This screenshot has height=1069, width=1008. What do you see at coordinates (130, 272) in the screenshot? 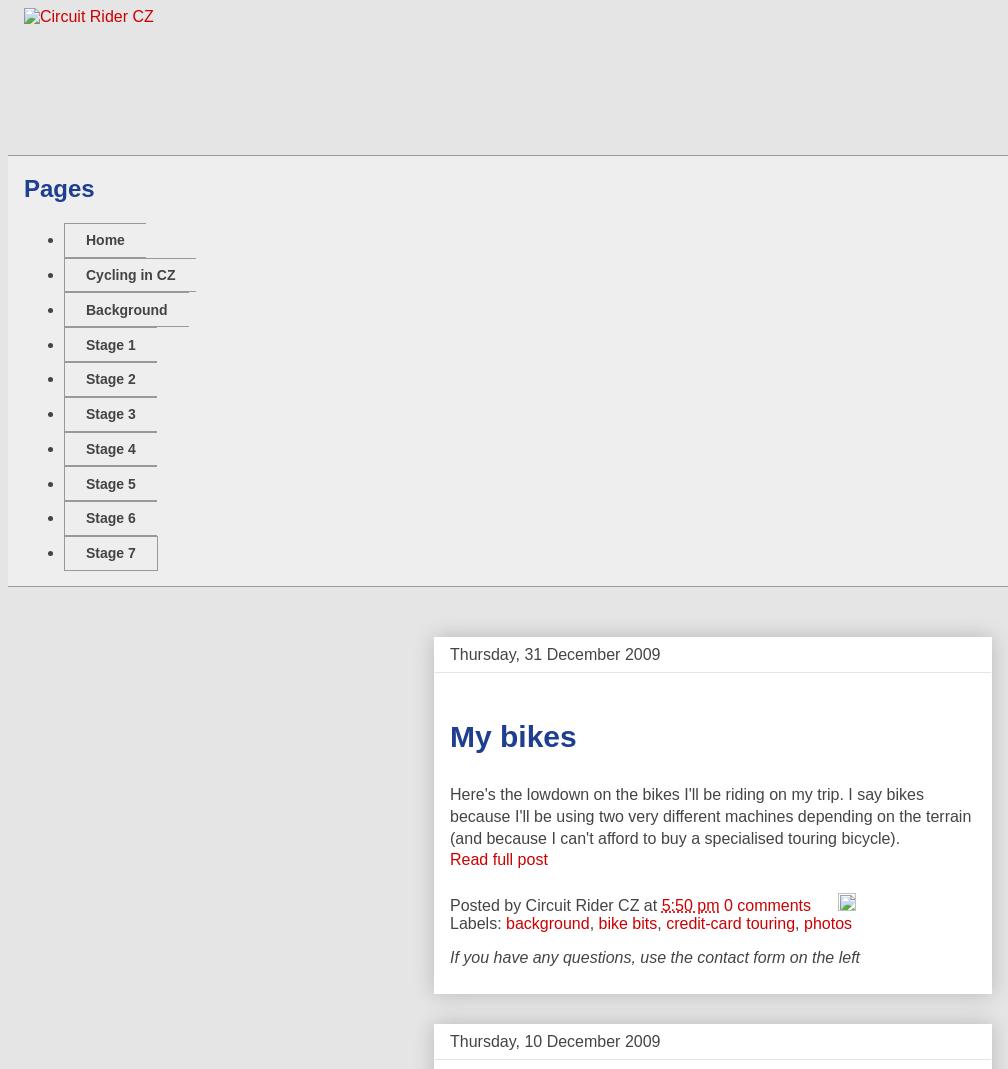
I see `'Cycling in CZ'` at bounding box center [130, 272].